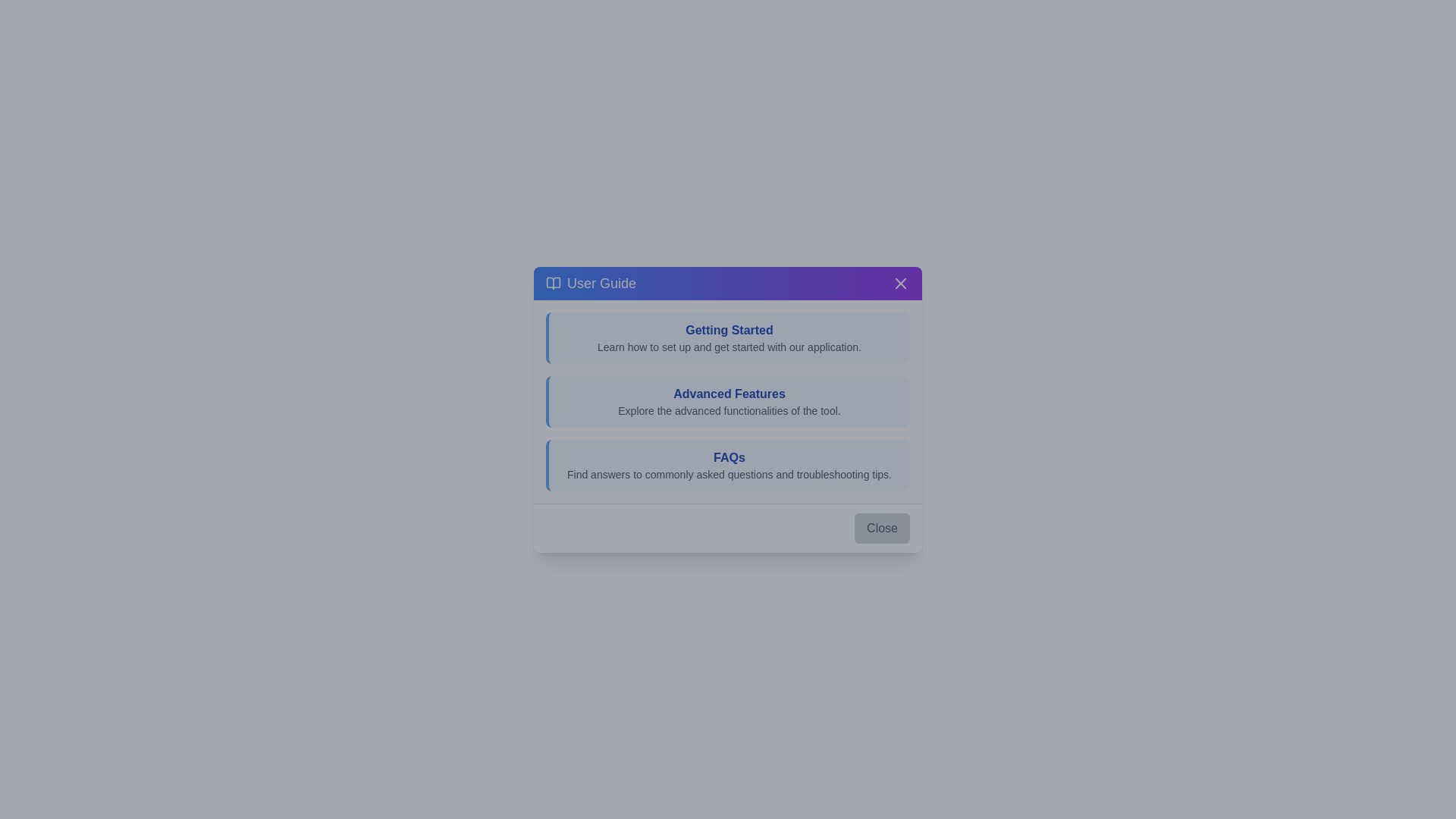 This screenshot has width=1456, height=819. I want to click on text content of the middle informational panel, which has a bold blue heading and lighter gray description, positioned between the 'Getting Started' and 'FAQs' panels, so click(728, 400).